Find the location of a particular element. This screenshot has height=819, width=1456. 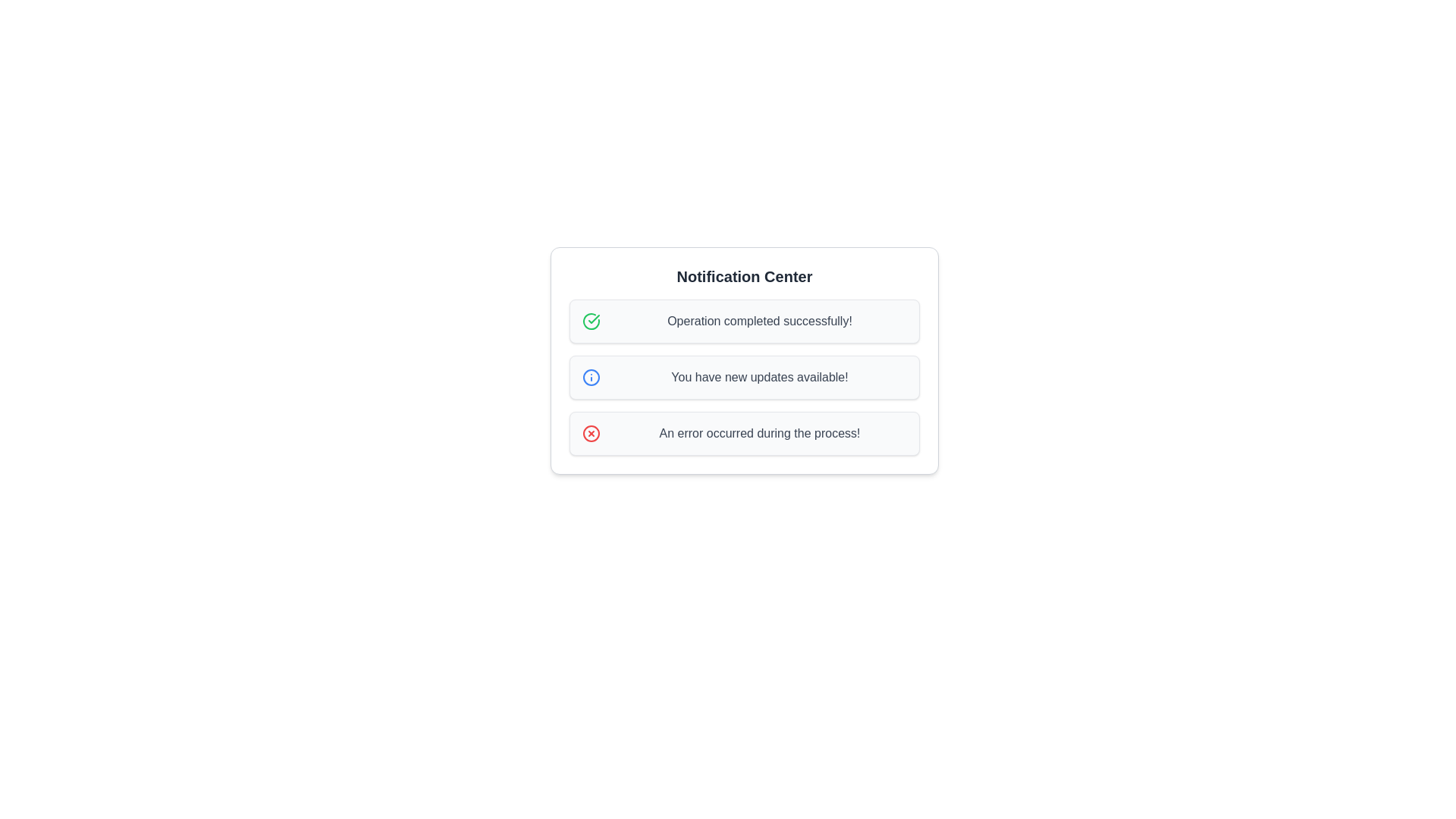

error message from the notification box that contains a red 'X' icon and the text 'An error occurred during the process!' is located at coordinates (745, 433).